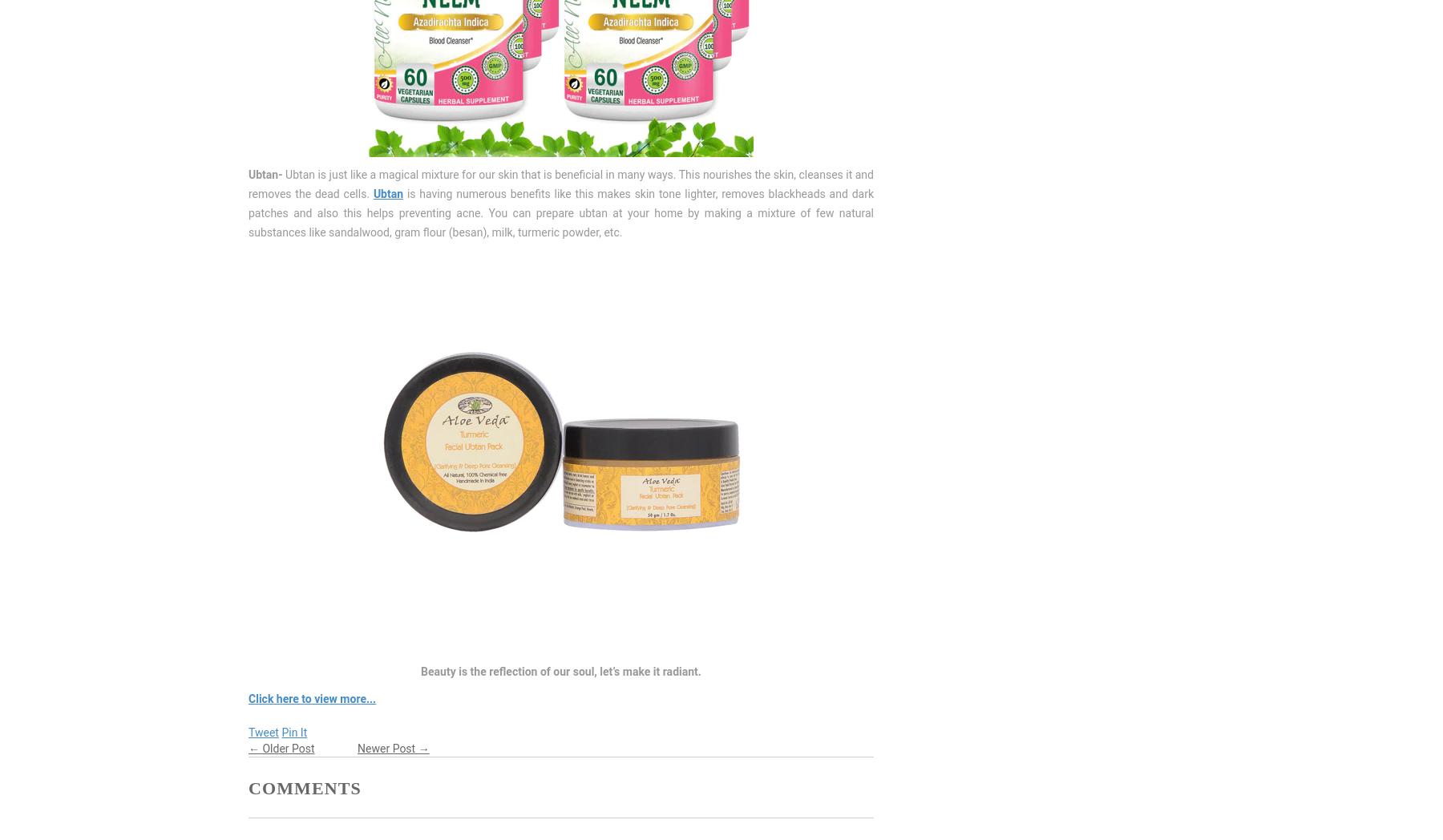  Describe the element at coordinates (312, 699) in the screenshot. I see `'Click here to view more...'` at that location.